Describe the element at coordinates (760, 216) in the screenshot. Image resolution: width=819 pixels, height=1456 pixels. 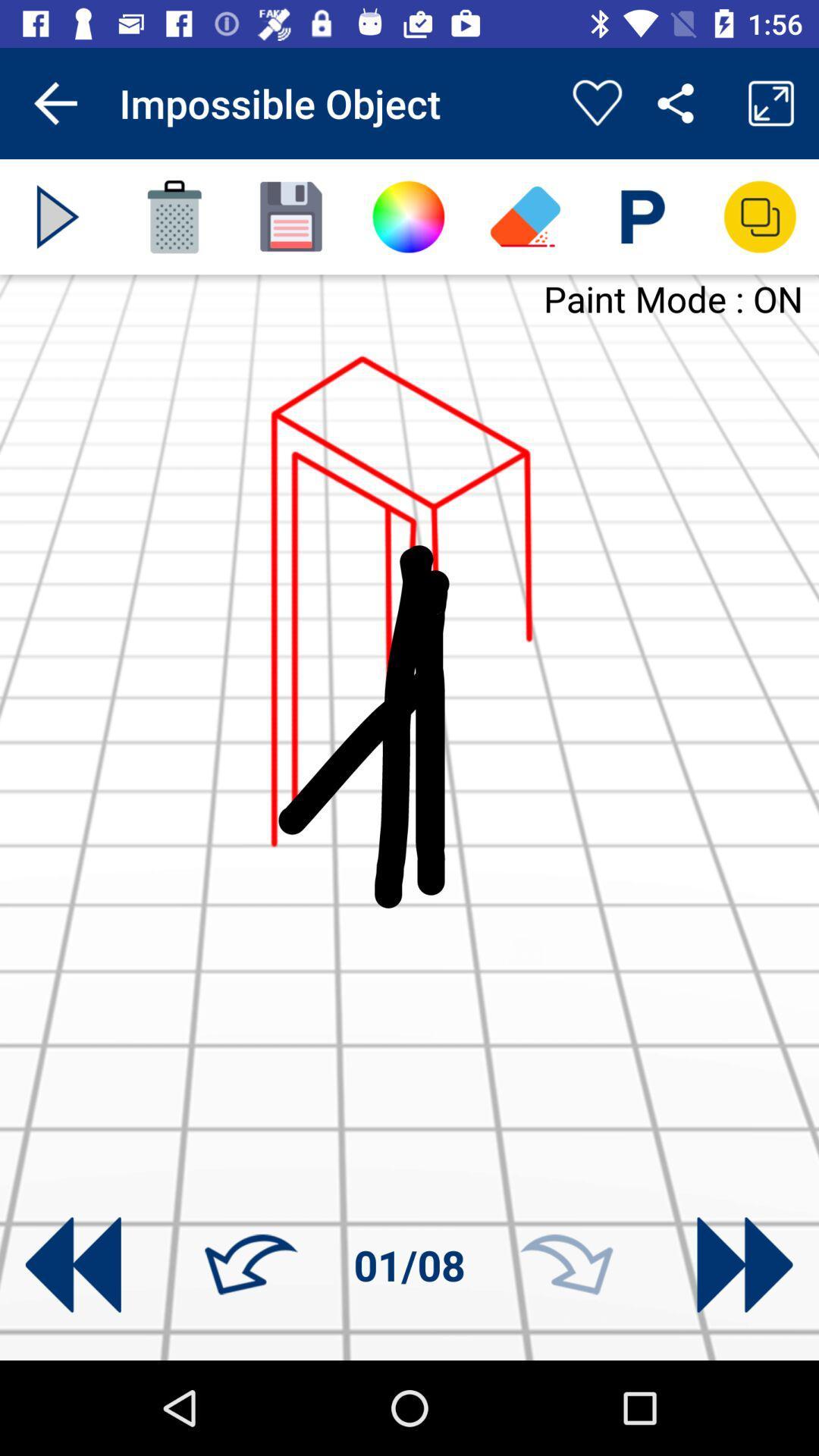
I see `the copy icon` at that location.